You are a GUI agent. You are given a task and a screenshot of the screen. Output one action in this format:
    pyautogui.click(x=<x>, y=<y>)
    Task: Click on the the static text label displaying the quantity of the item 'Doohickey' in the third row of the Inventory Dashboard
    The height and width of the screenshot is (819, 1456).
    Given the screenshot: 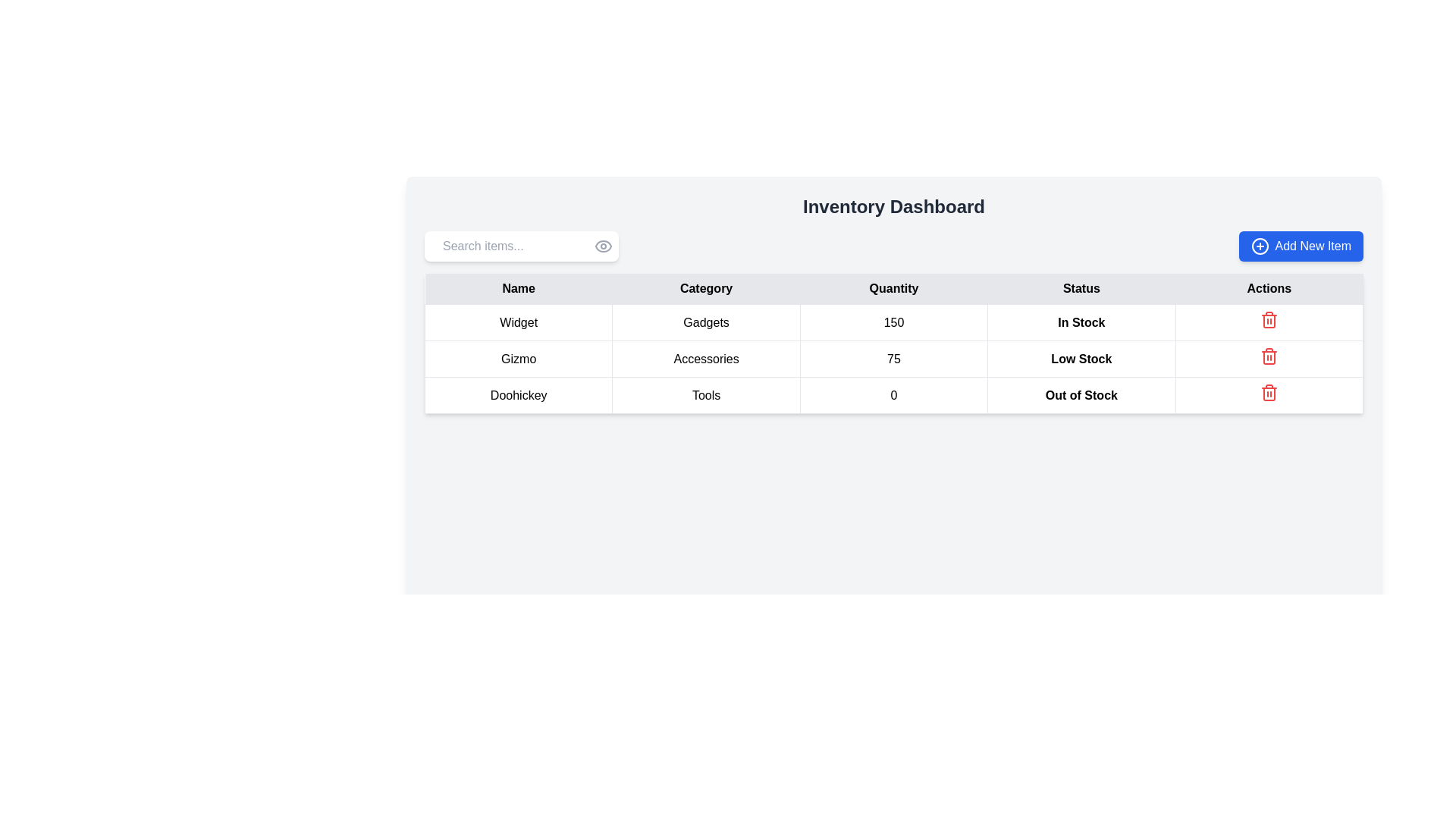 What is the action you would take?
    pyautogui.click(x=894, y=394)
    